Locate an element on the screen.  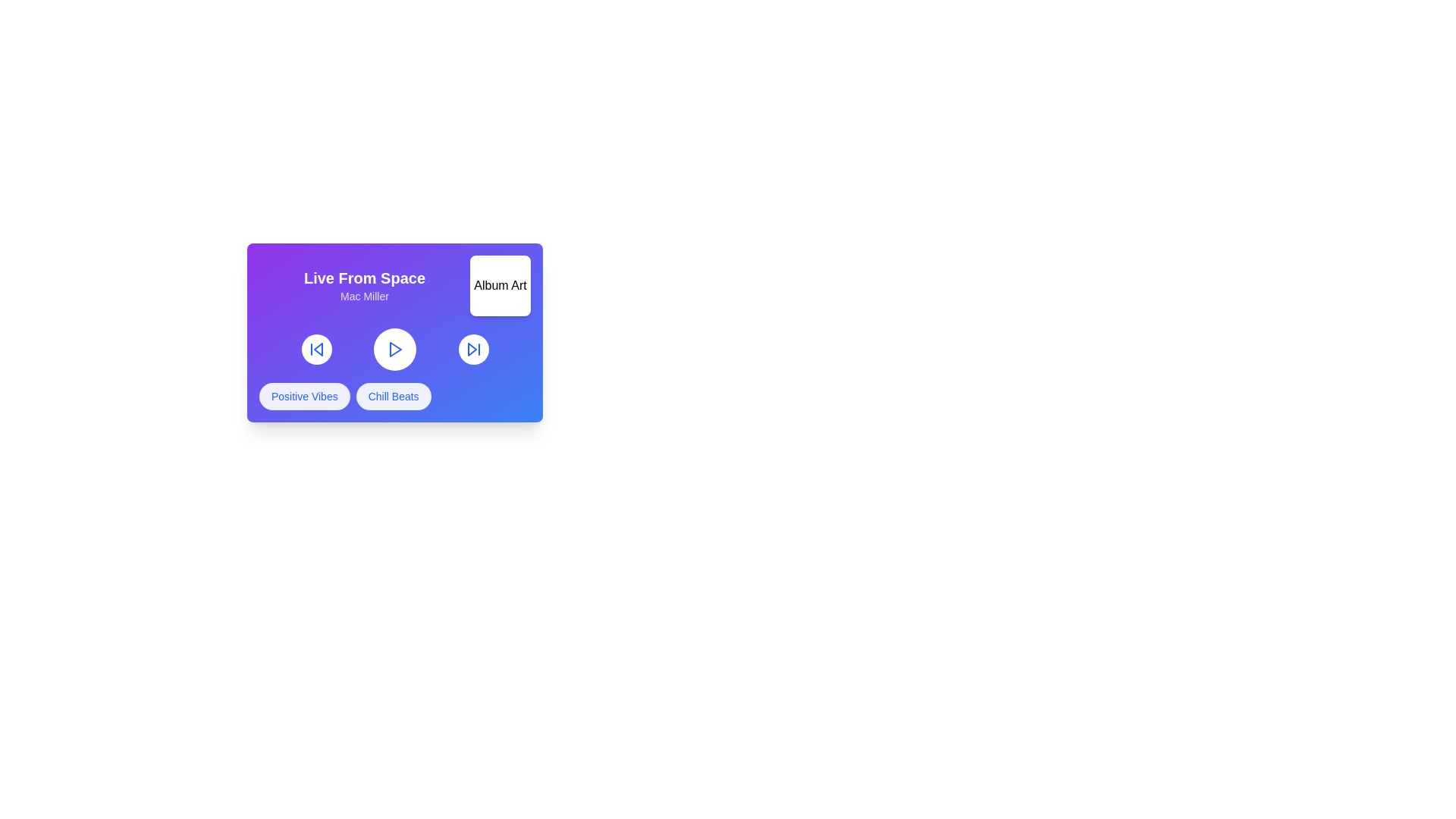
text content of the Text Block displaying 'Live From Space' and 'Mac Miller', which is located above the 'Album Art' element is located at coordinates (364, 286).